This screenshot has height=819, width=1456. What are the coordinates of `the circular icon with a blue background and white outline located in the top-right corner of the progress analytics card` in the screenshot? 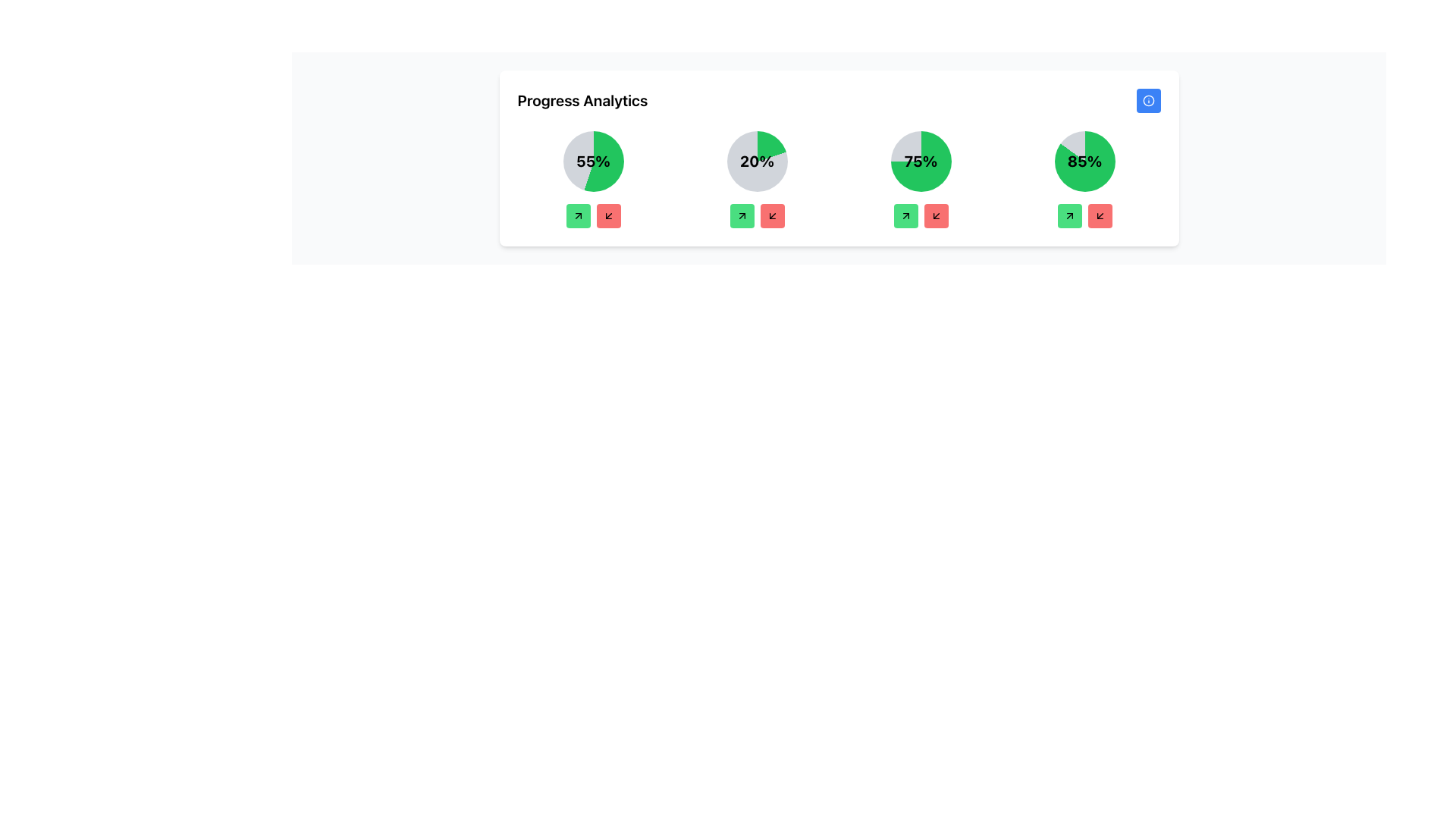 It's located at (1148, 100).